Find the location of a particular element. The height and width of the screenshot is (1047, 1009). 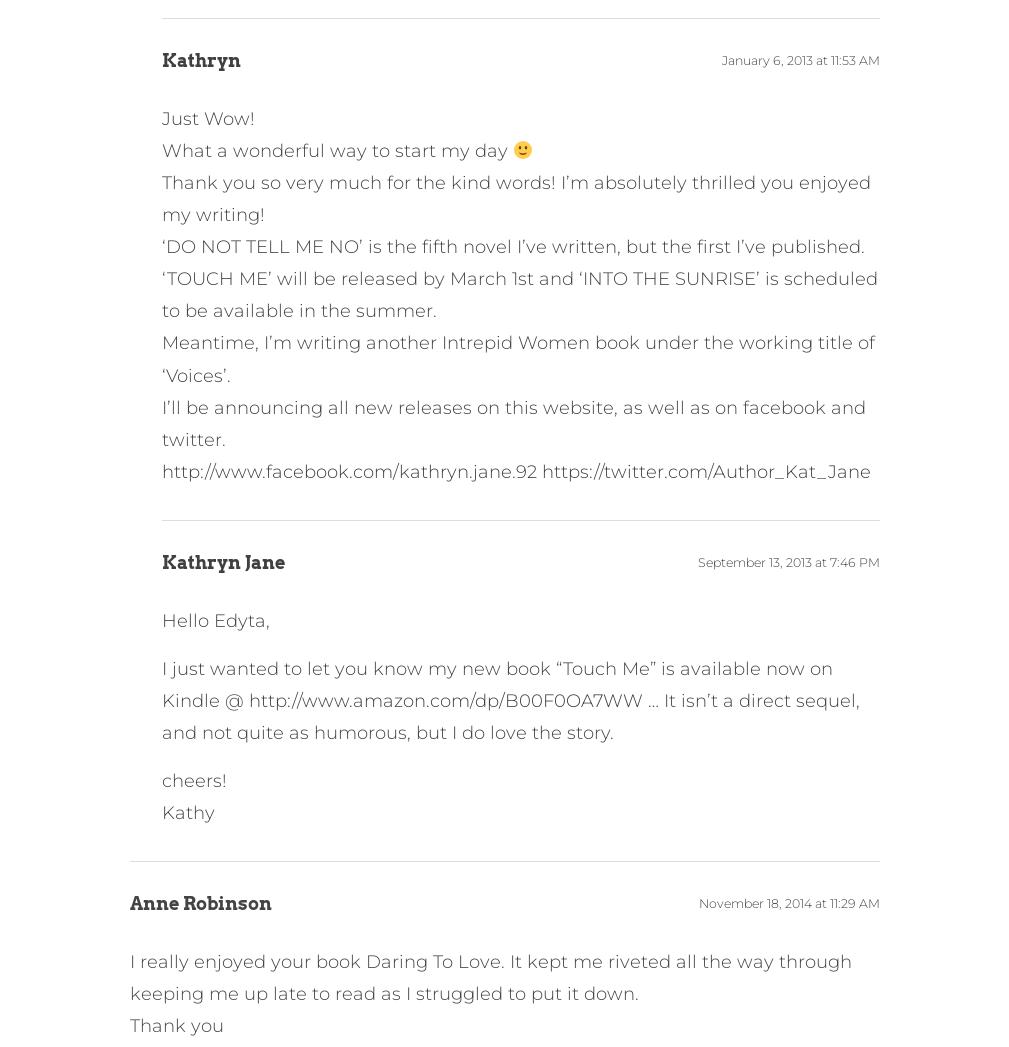

'Just Wow!' is located at coordinates (206, 118).